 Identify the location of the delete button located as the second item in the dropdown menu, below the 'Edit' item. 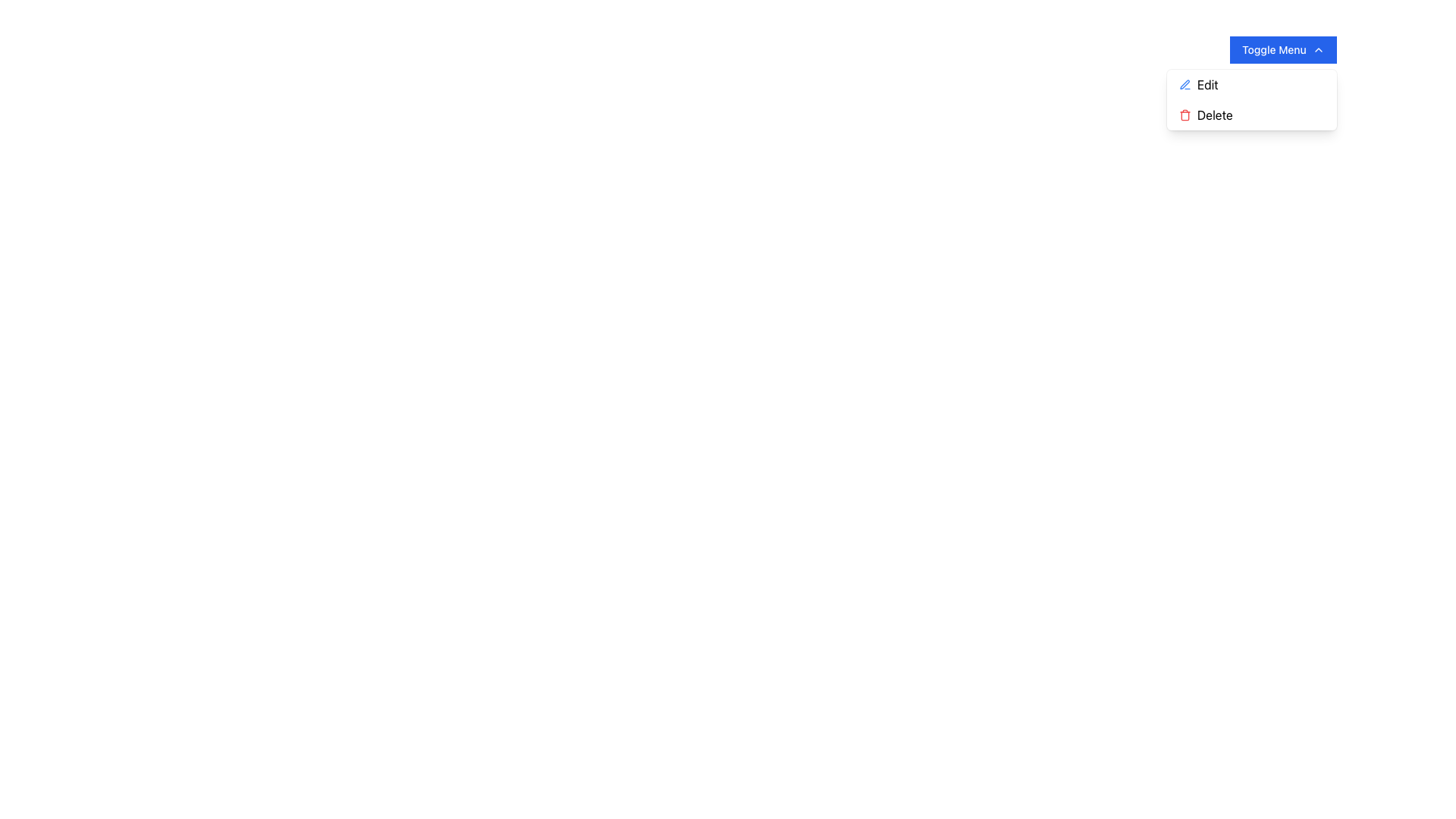
(1251, 114).